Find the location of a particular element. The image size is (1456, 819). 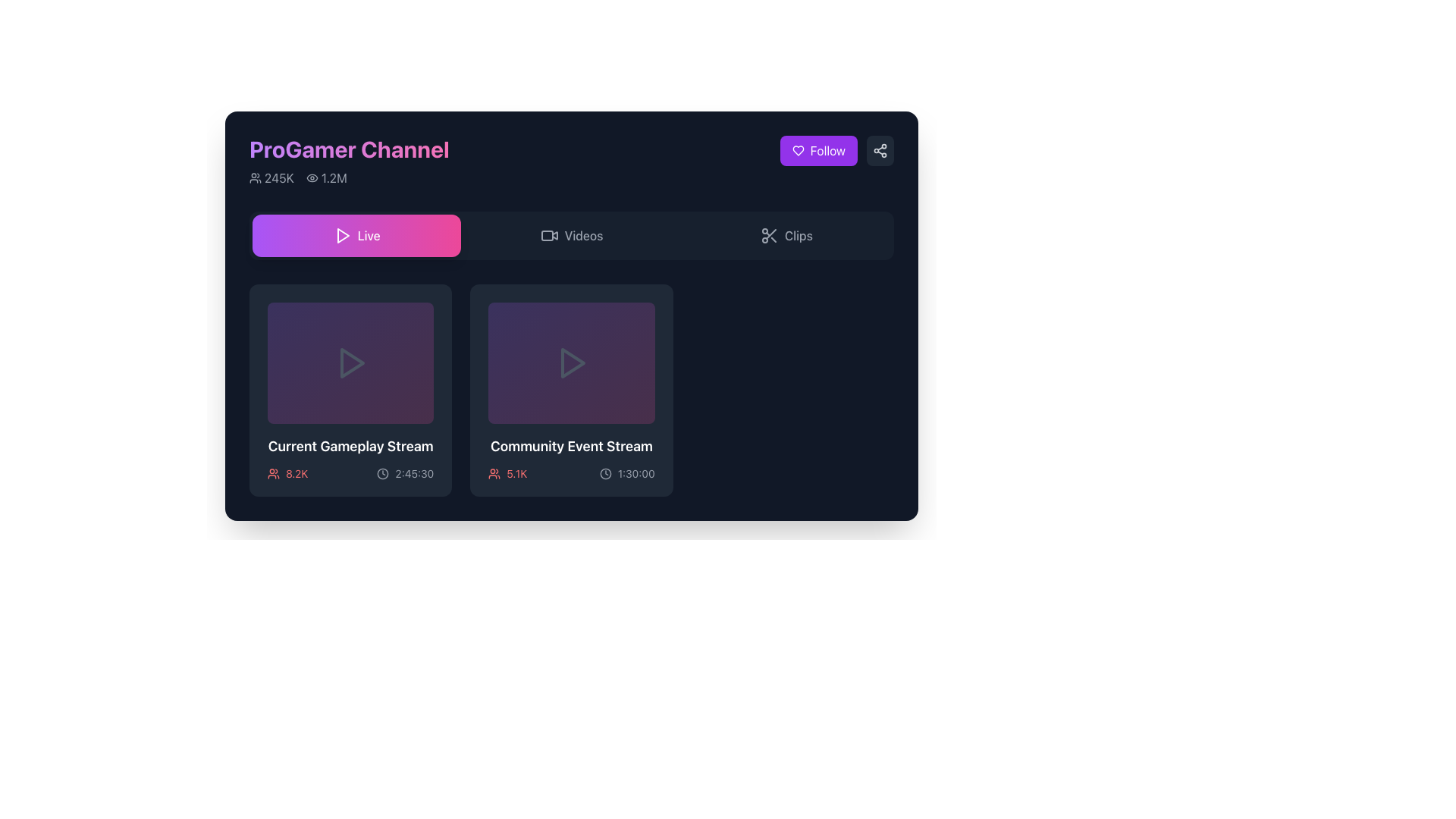

the small rectangle with rounded corners that is part of the video icon, styled in a dark color scheme, located in the central-left portion of the icon is located at coordinates (546, 236).